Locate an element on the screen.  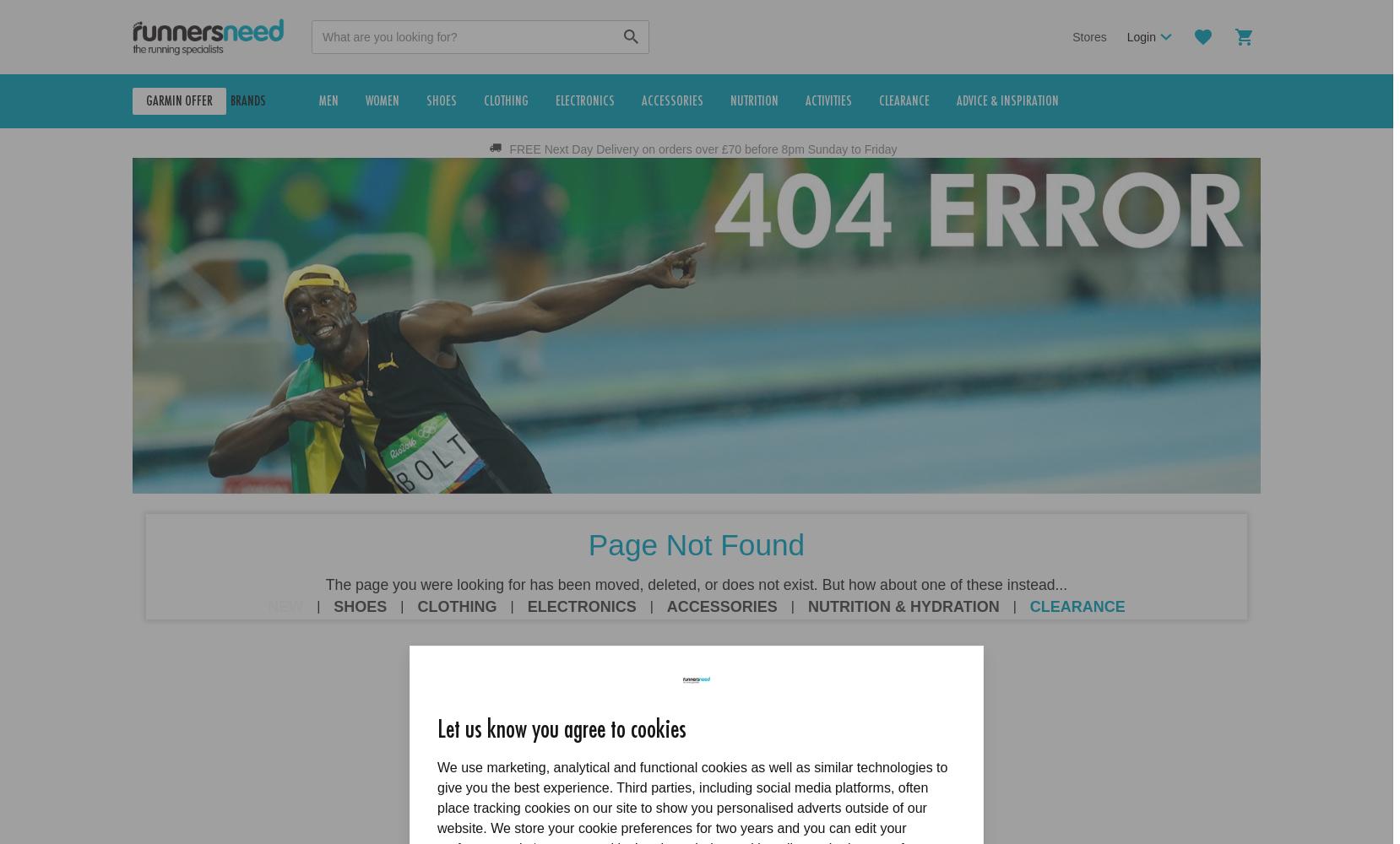
'Page Not Found' is located at coordinates (696, 544).